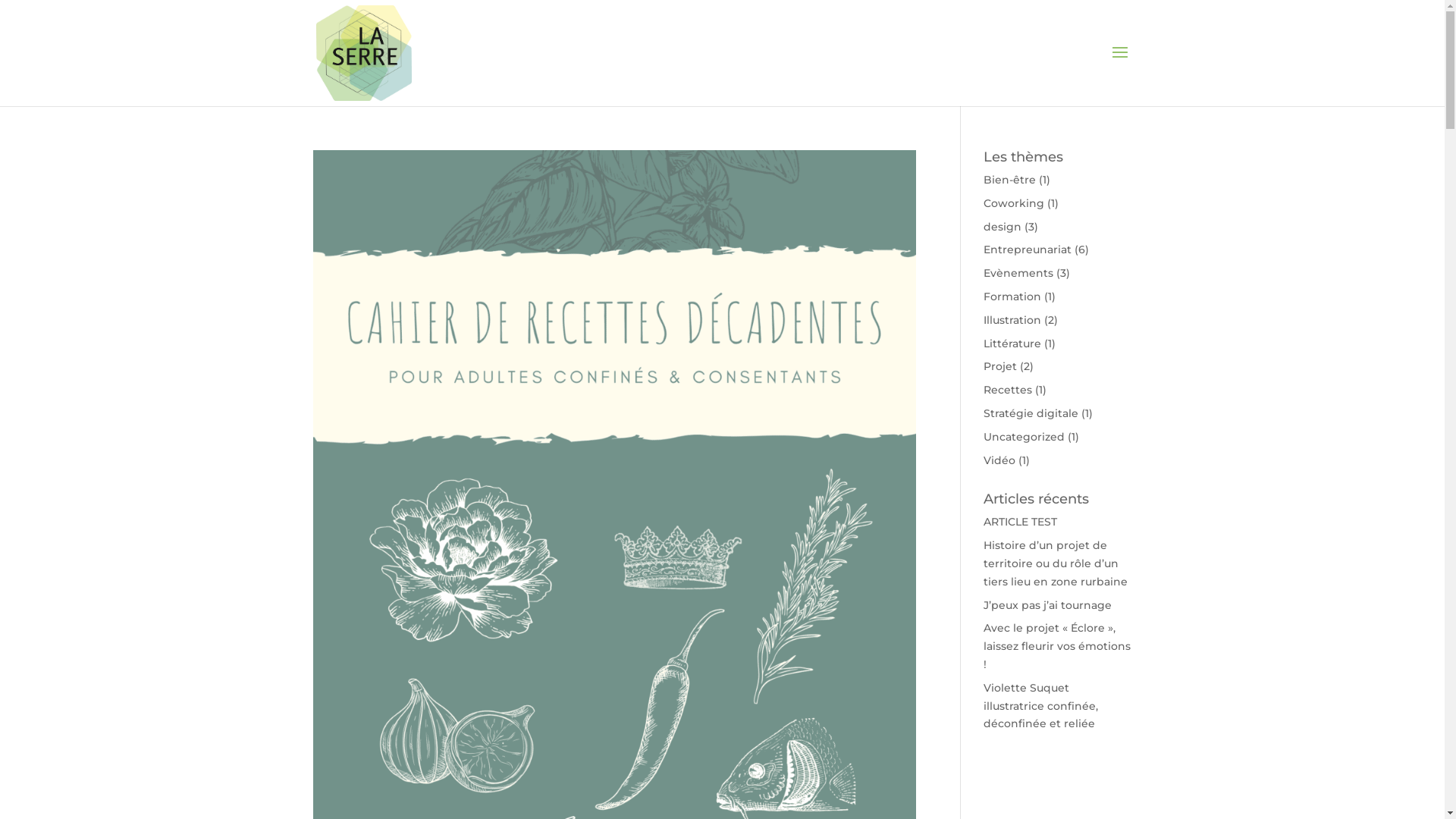 This screenshot has height=819, width=1456. I want to click on 'ARTICLE TEST', so click(1020, 520).